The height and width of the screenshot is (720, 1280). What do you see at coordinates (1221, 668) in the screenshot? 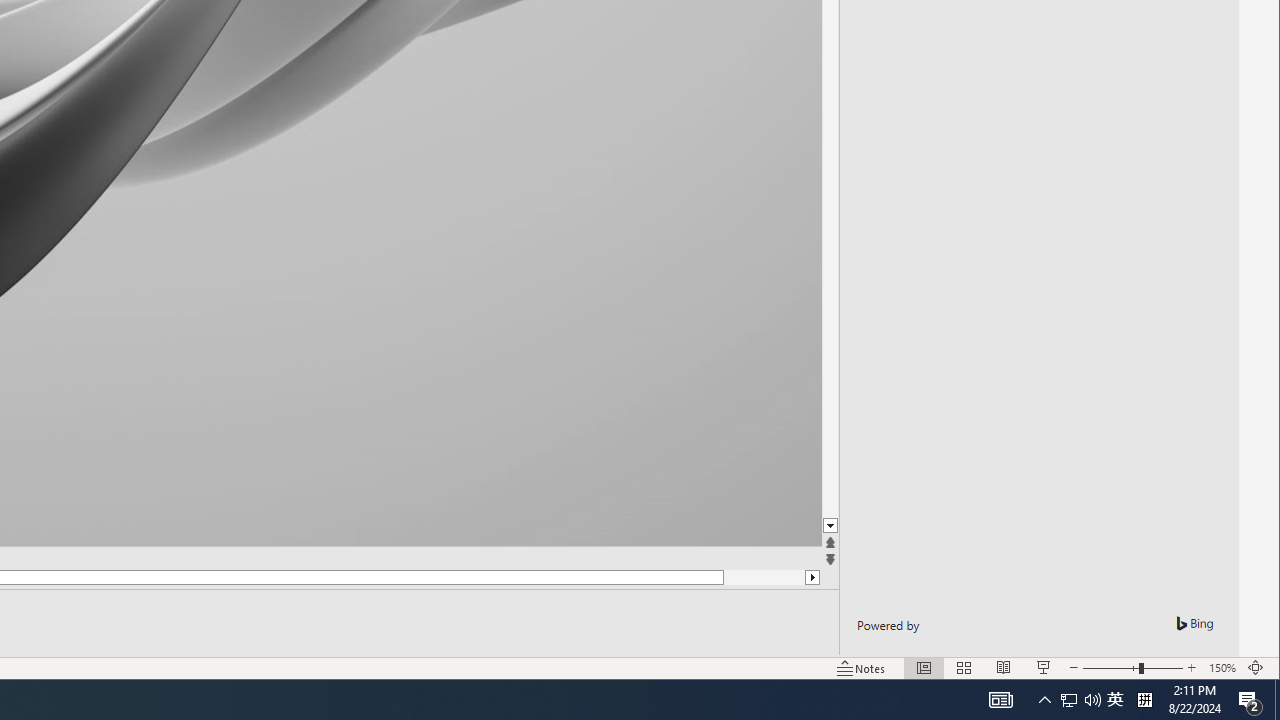
I see `'Zoom 150%'` at bounding box center [1221, 668].